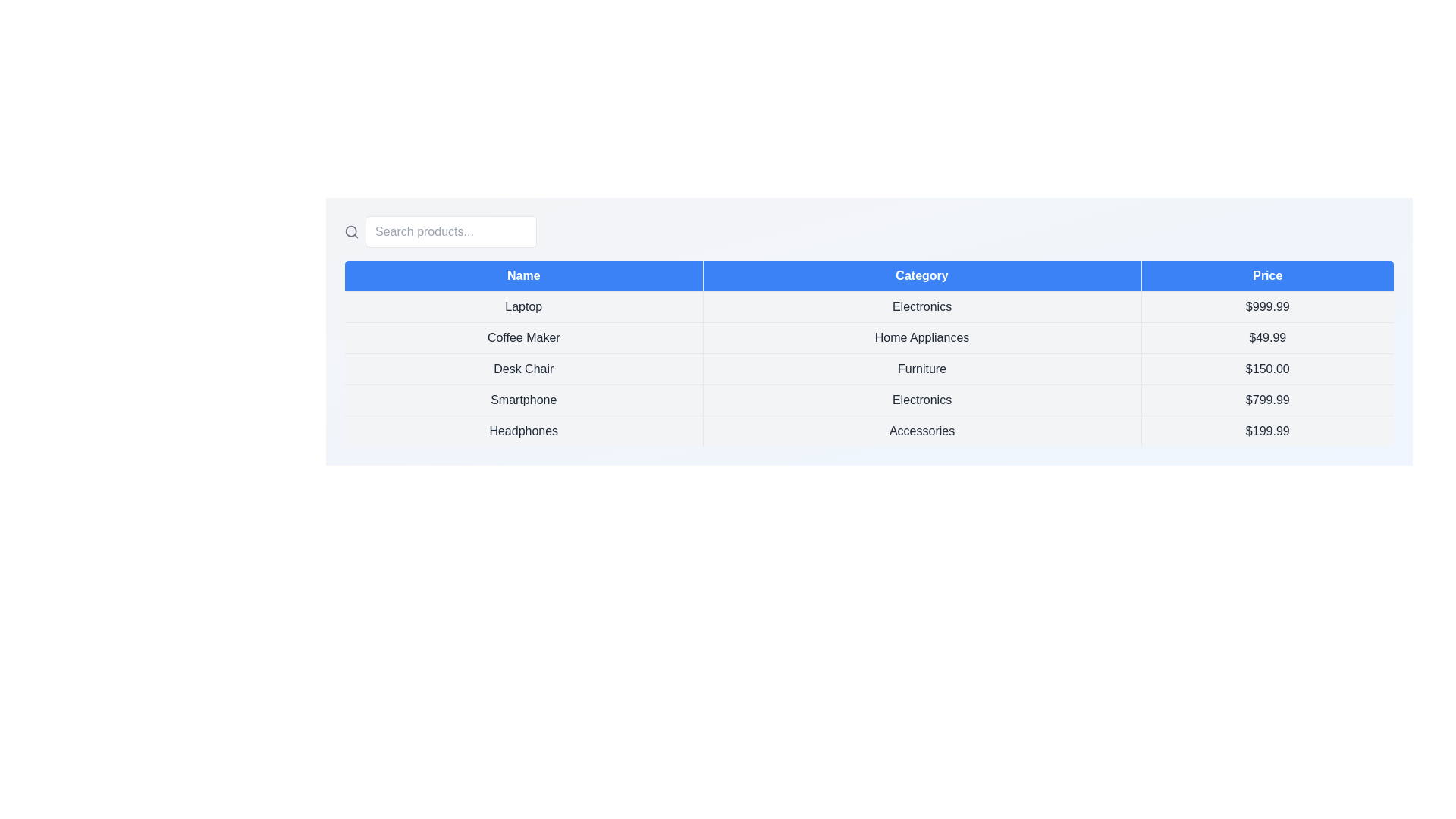 The width and height of the screenshot is (1456, 819). What do you see at coordinates (869, 337) in the screenshot?
I see `the text row displaying 'Coffee Maker Home Appliances $49.99'` at bounding box center [869, 337].